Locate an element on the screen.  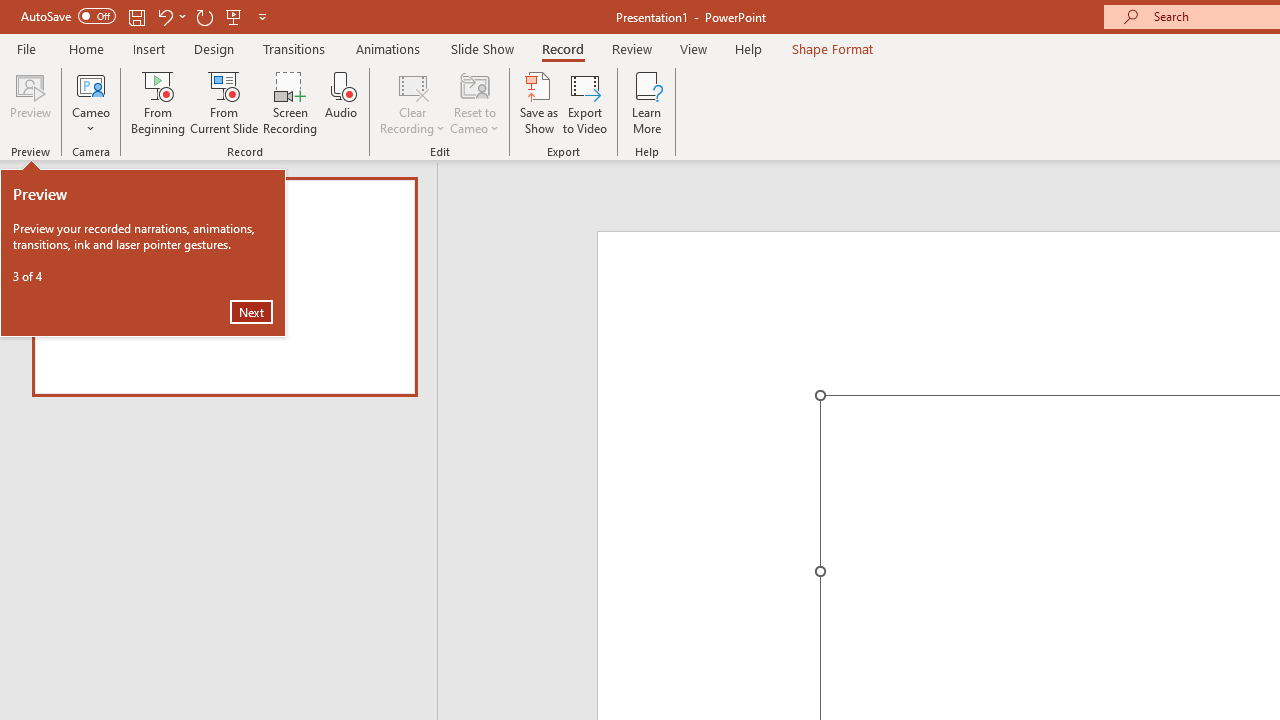
'Reset to Cameo' is located at coordinates (473, 103).